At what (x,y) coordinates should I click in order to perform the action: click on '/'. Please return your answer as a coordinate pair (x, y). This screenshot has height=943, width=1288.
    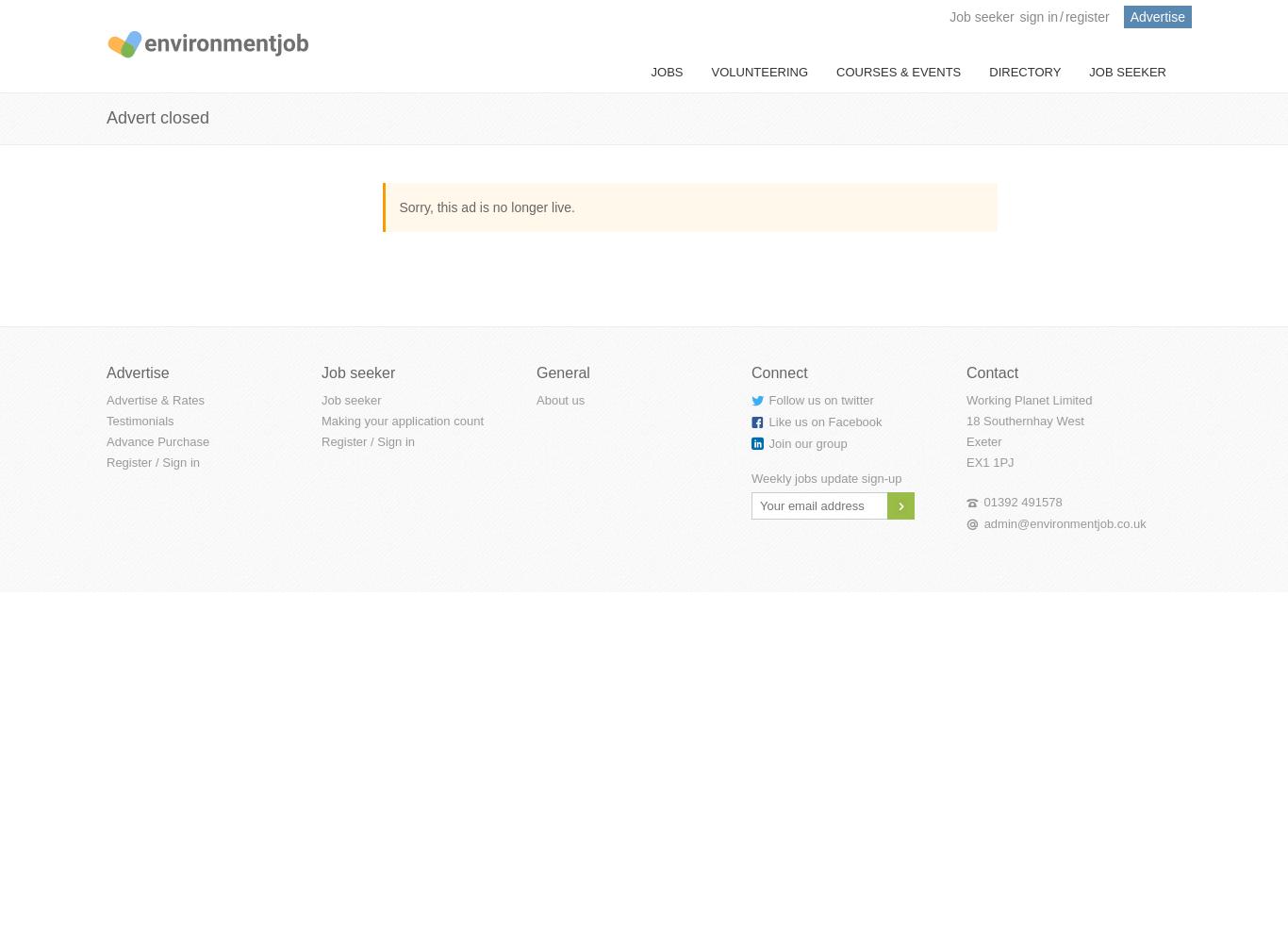
    Looking at the image, I should click on (1060, 17).